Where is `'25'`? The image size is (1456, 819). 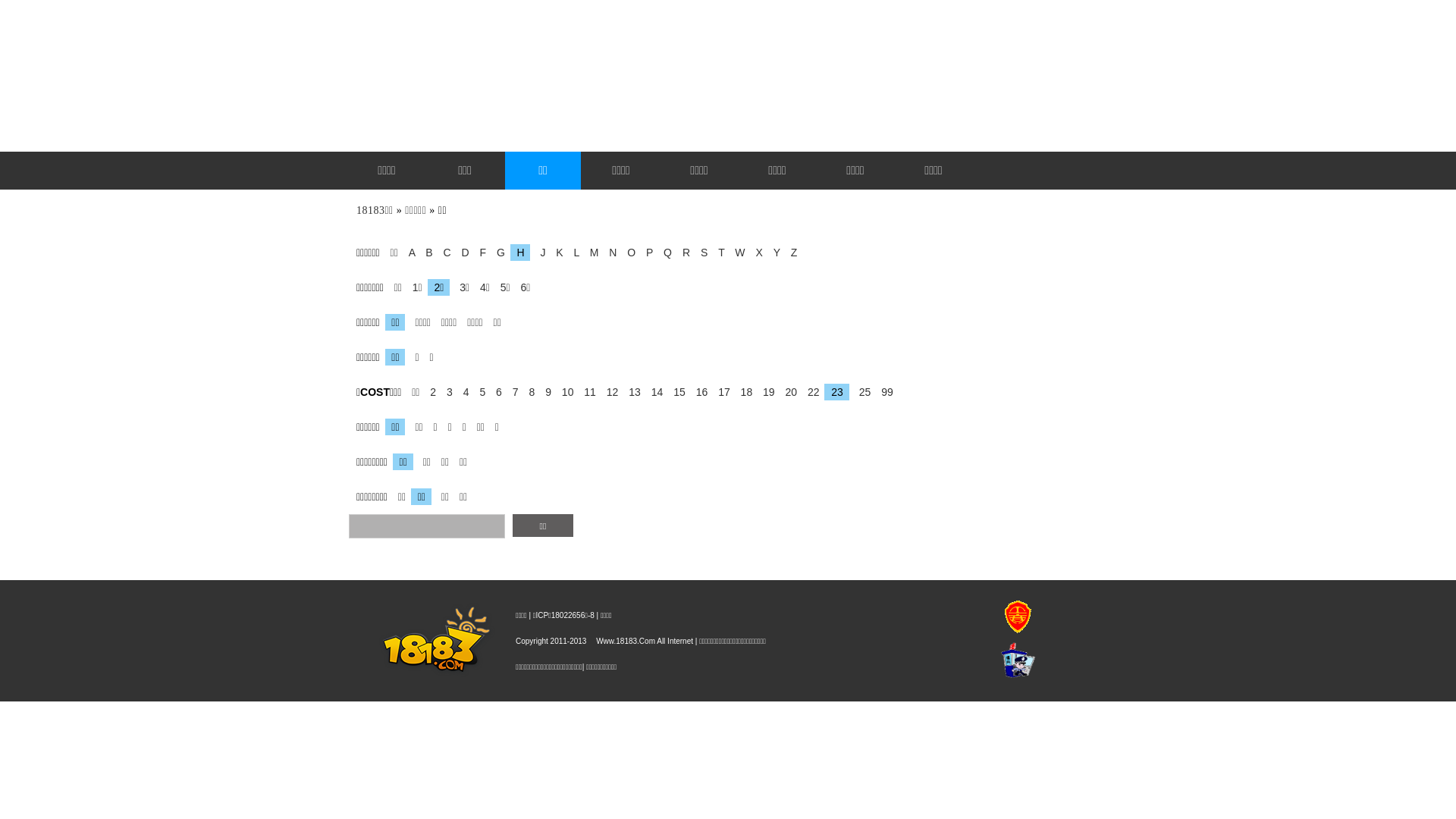
'25' is located at coordinates (861, 391).